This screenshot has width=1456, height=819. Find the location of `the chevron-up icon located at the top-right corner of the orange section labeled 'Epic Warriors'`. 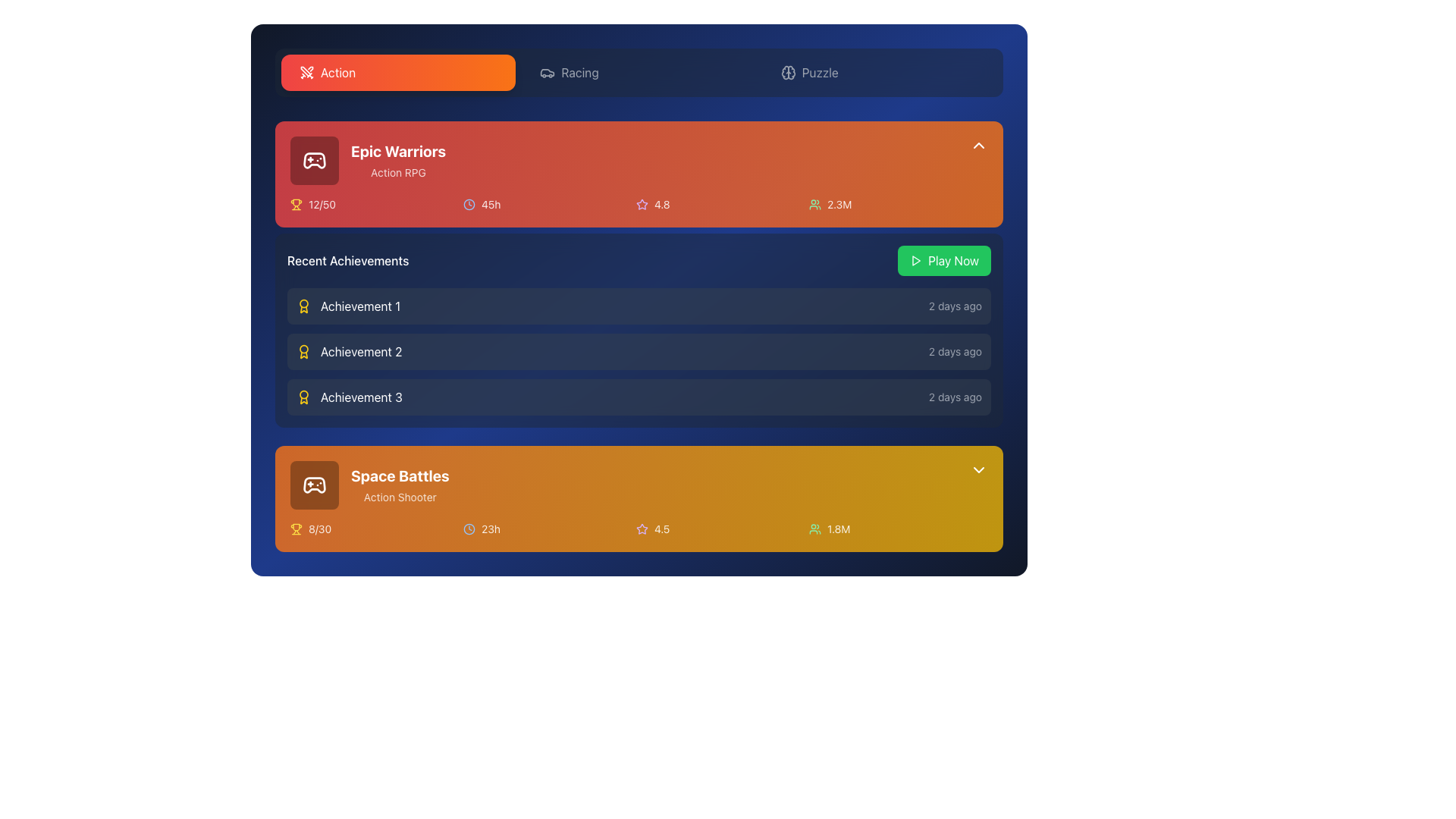

the chevron-up icon located at the top-right corner of the orange section labeled 'Epic Warriors' is located at coordinates (979, 146).